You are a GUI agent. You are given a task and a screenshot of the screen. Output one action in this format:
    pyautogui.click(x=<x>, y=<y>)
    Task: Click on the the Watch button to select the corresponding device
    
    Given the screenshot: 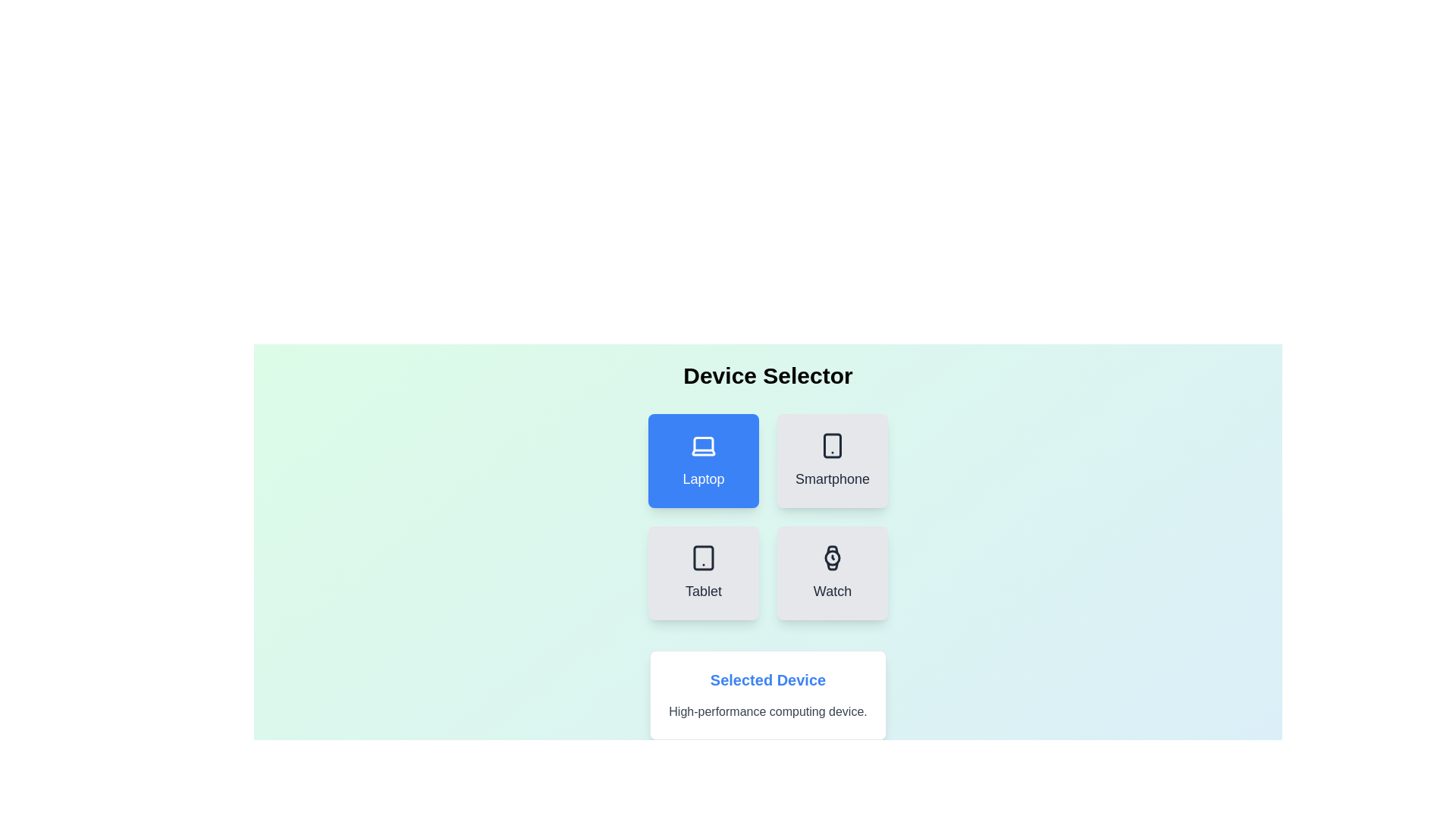 What is the action you would take?
    pyautogui.click(x=832, y=573)
    